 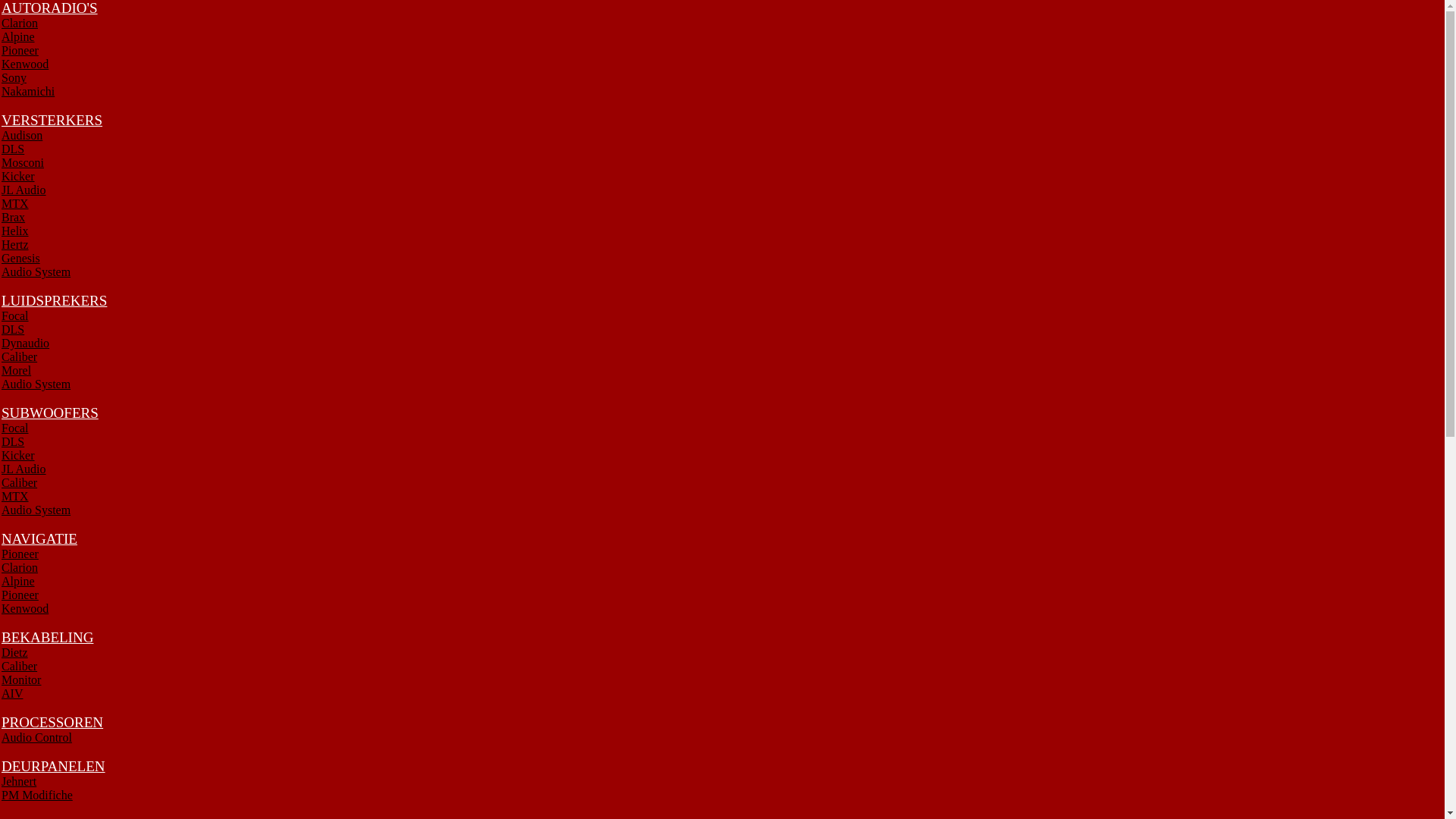 I want to click on 'Sony', so click(x=14, y=77).